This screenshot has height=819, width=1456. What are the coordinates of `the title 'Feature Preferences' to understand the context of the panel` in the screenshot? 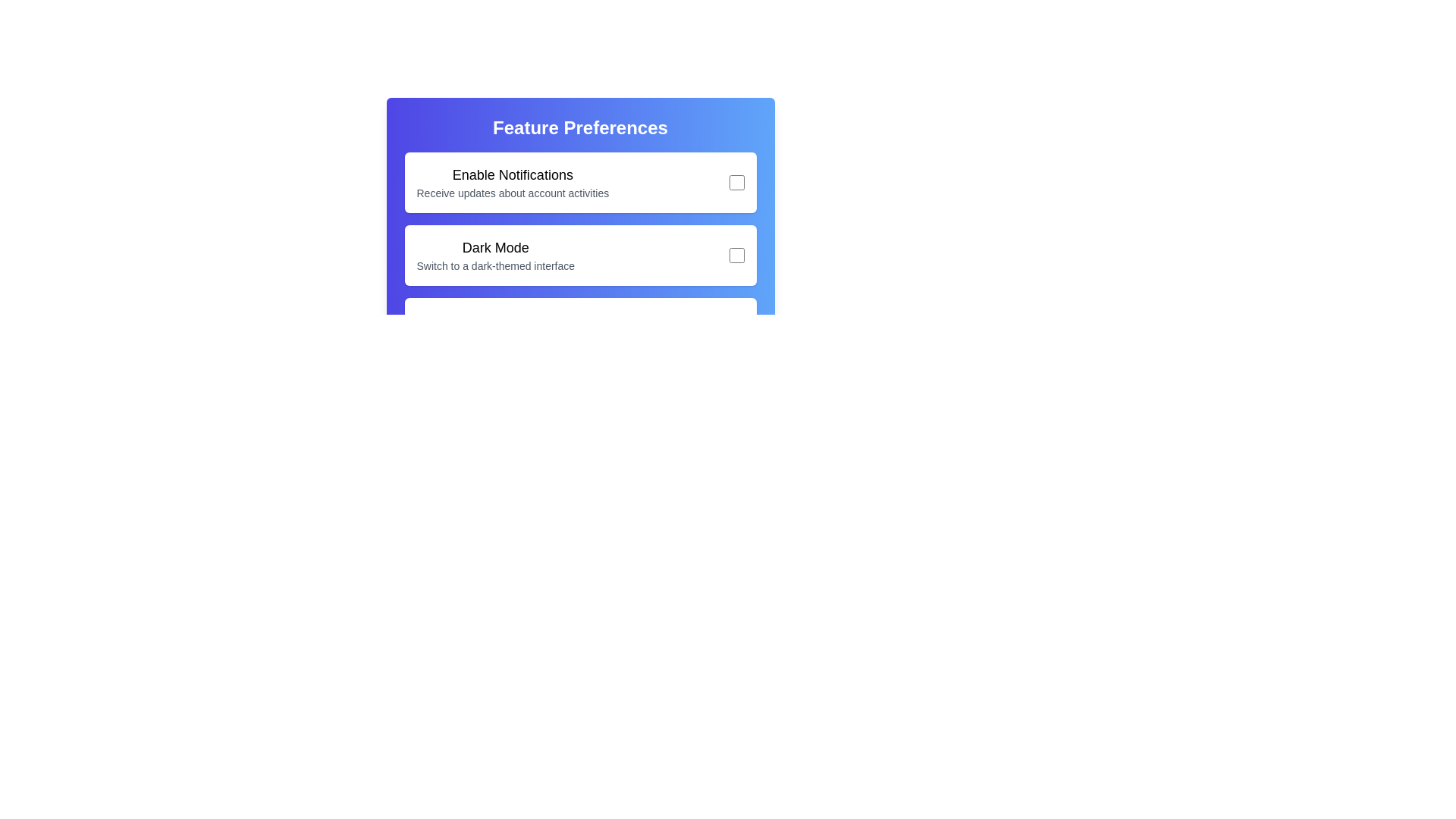 It's located at (579, 127).